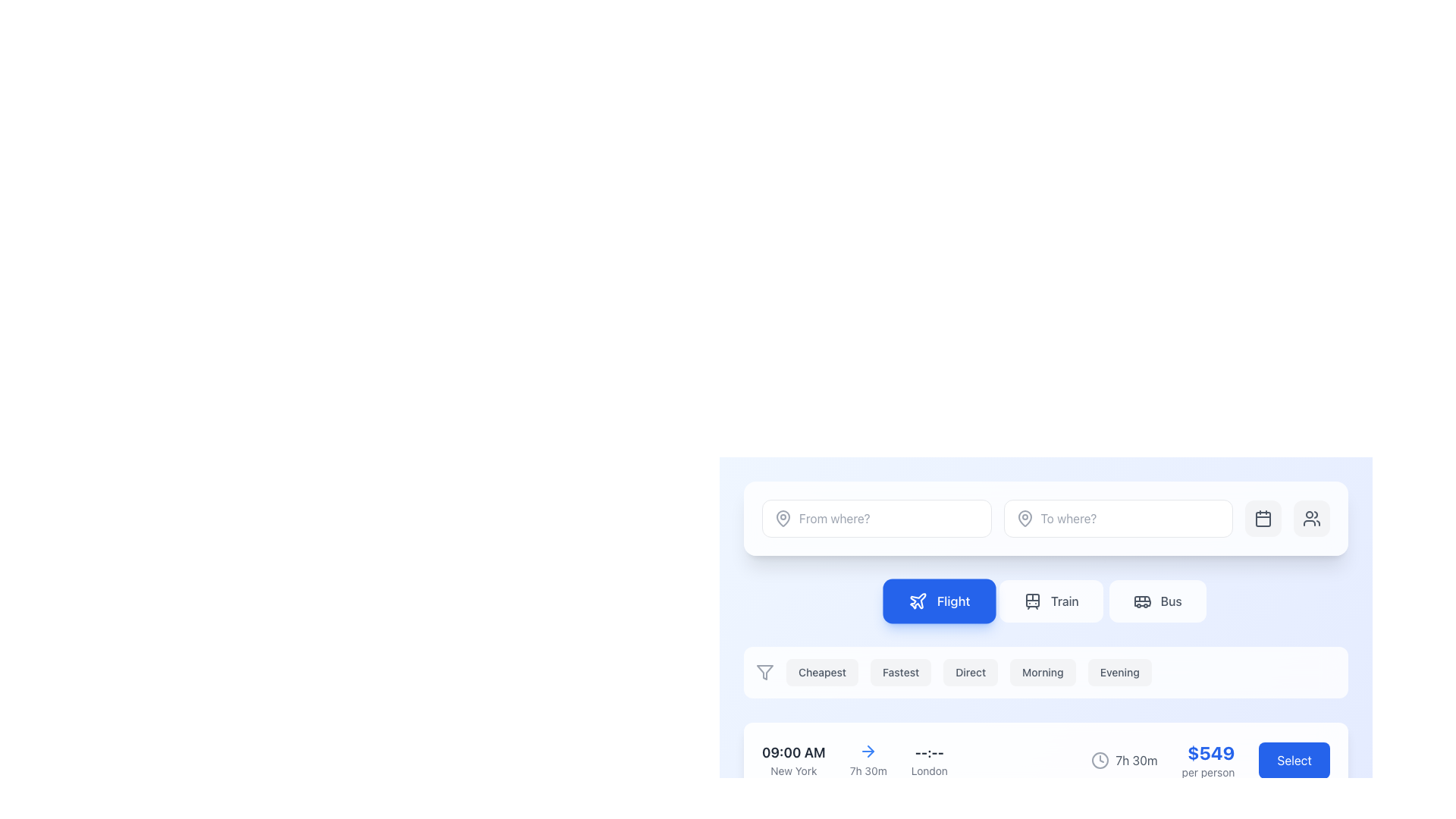 This screenshot has width=1456, height=819. Describe the element at coordinates (764, 672) in the screenshot. I see `the filter icon, which is the first item in a horizontal list of buttons used for narrowing down options based on criteria` at that location.